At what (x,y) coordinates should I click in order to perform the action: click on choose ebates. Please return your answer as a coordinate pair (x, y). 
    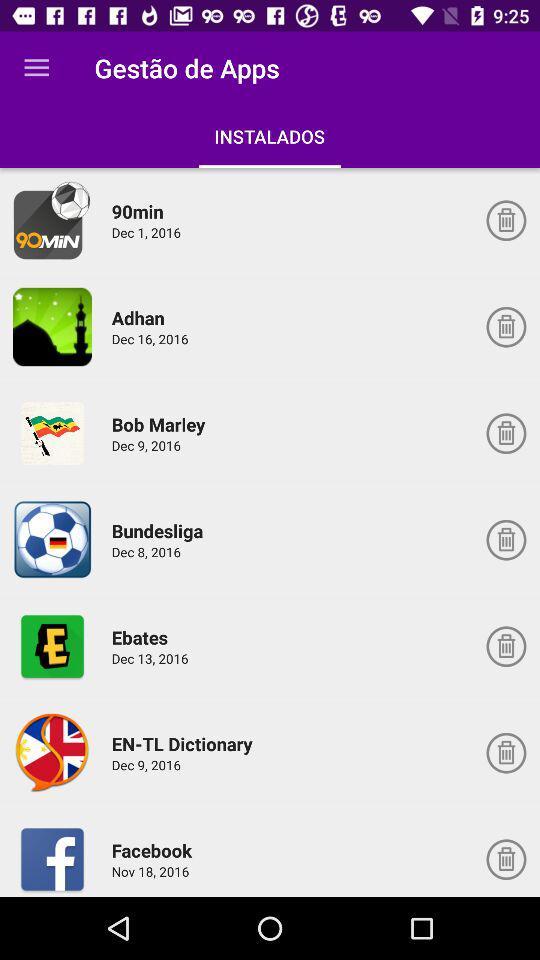
    Looking at the image, I should click on (52, 645).